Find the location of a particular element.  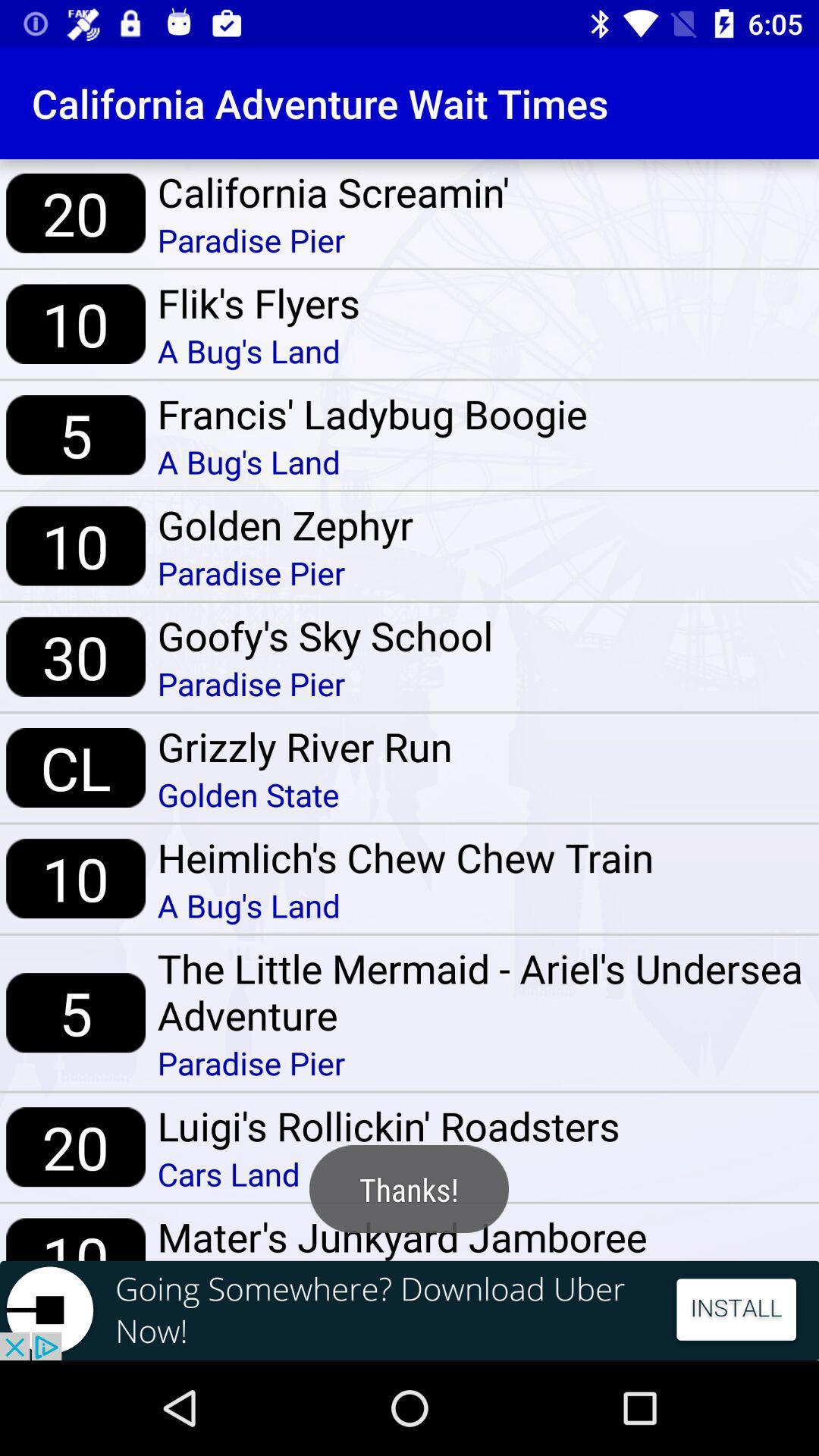

the item below paradise pier item is located at coordinates (324, 635).